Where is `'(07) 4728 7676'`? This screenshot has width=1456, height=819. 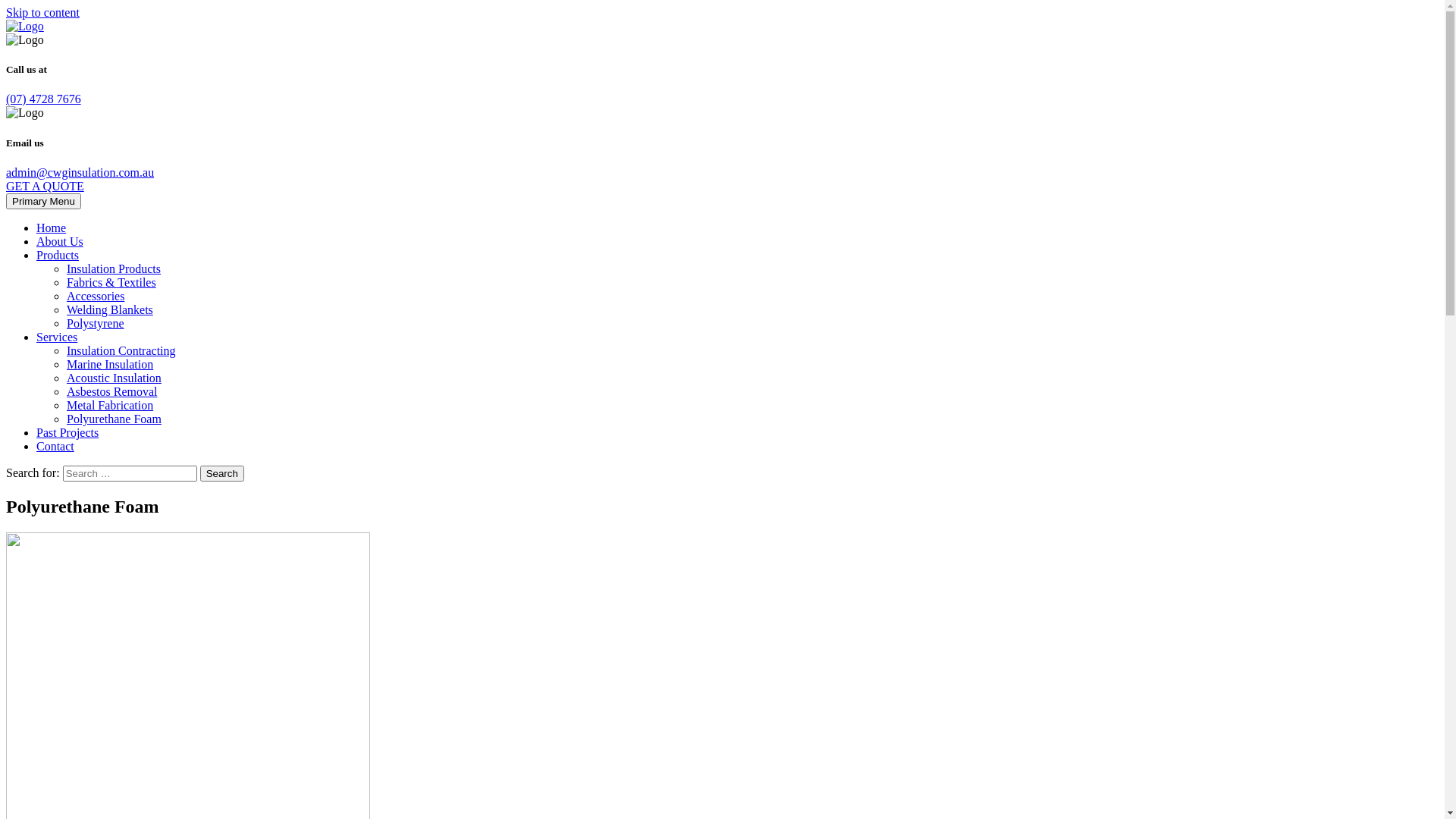 '(07) 4728 7676' is located at coordinates (43, 99).